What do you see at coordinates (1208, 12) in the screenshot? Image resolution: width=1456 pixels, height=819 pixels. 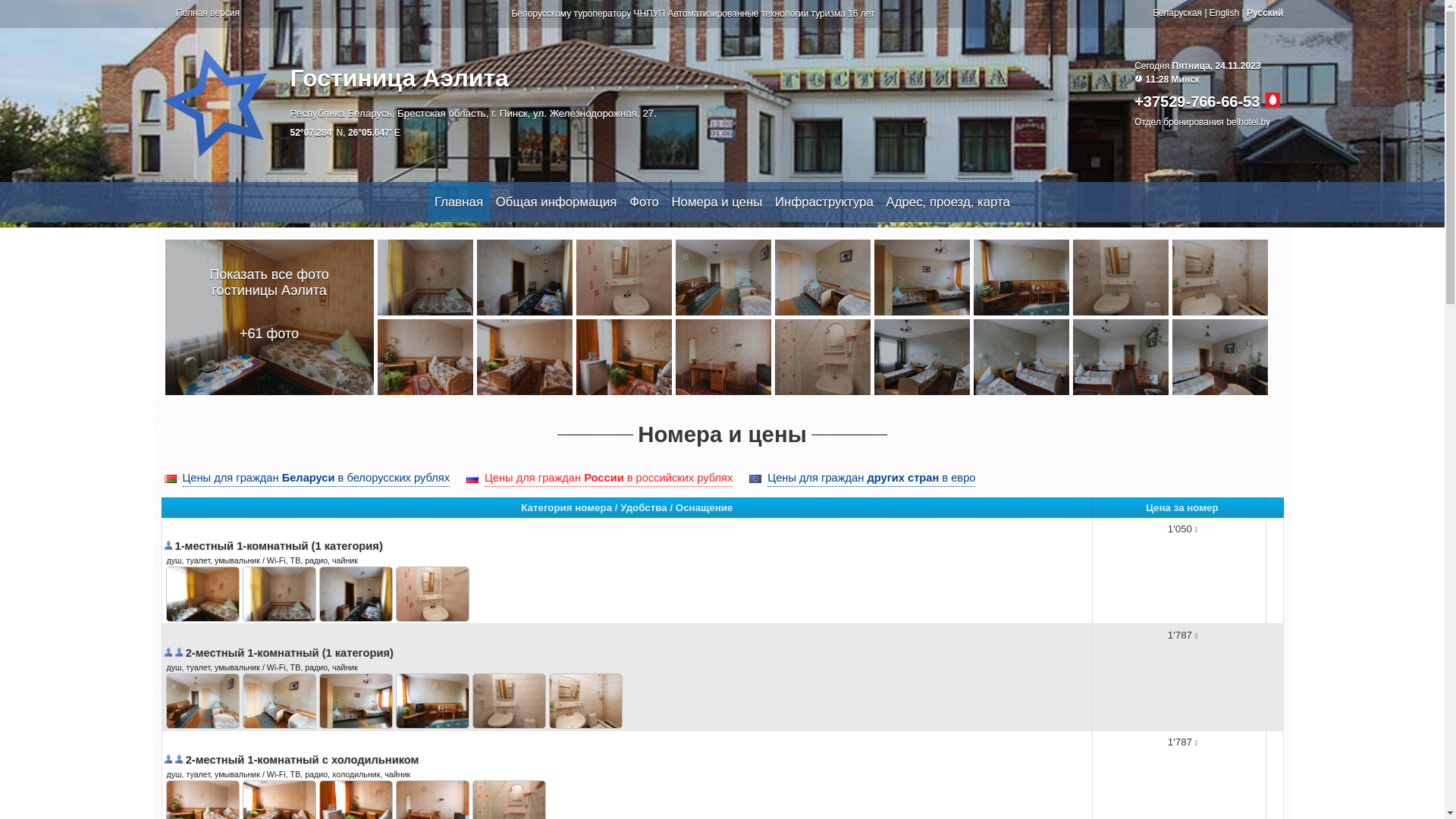 I see `'English'` at bounding box center [1208, 12].